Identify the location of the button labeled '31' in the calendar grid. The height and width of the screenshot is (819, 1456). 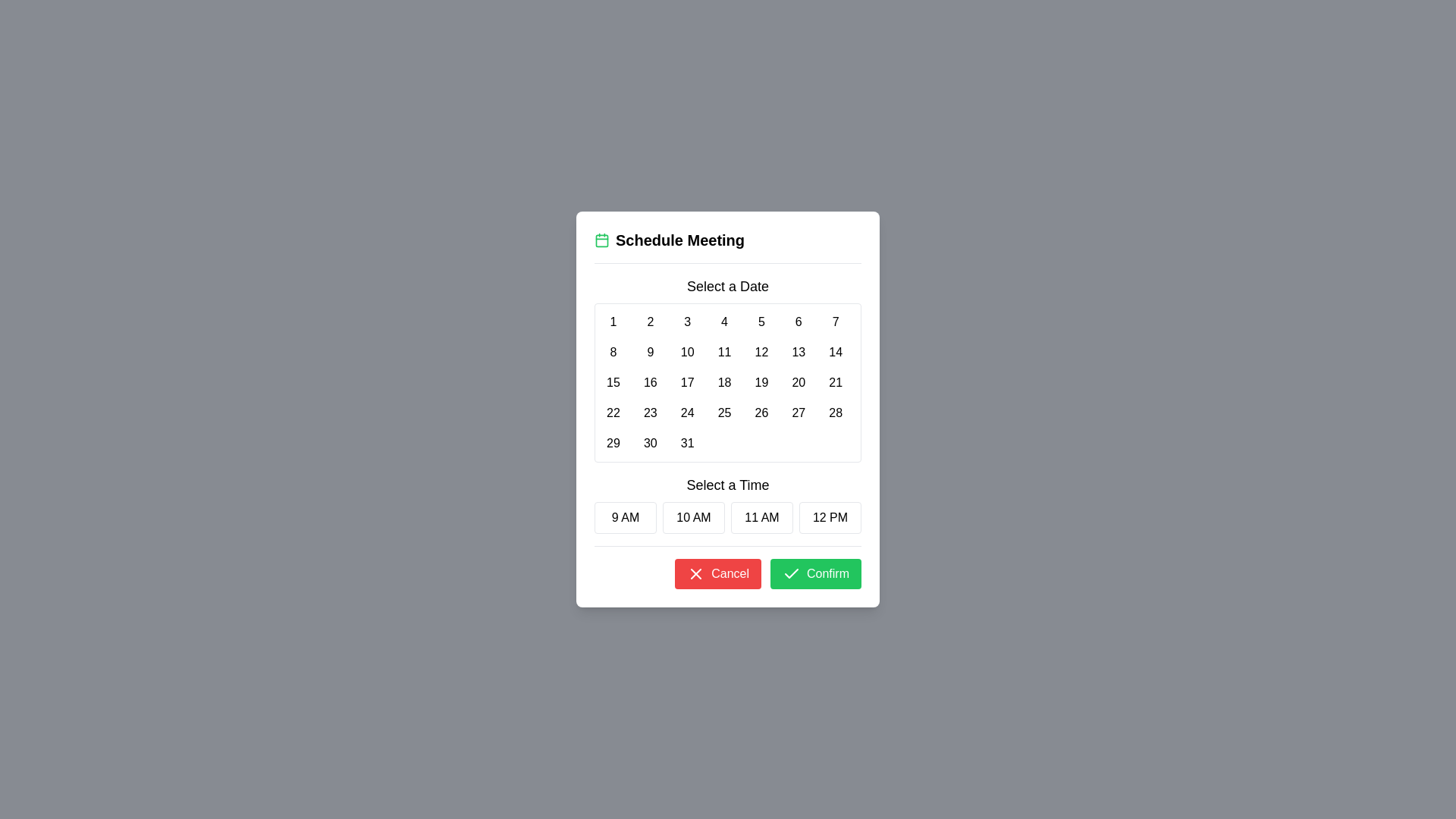
(686, 444).